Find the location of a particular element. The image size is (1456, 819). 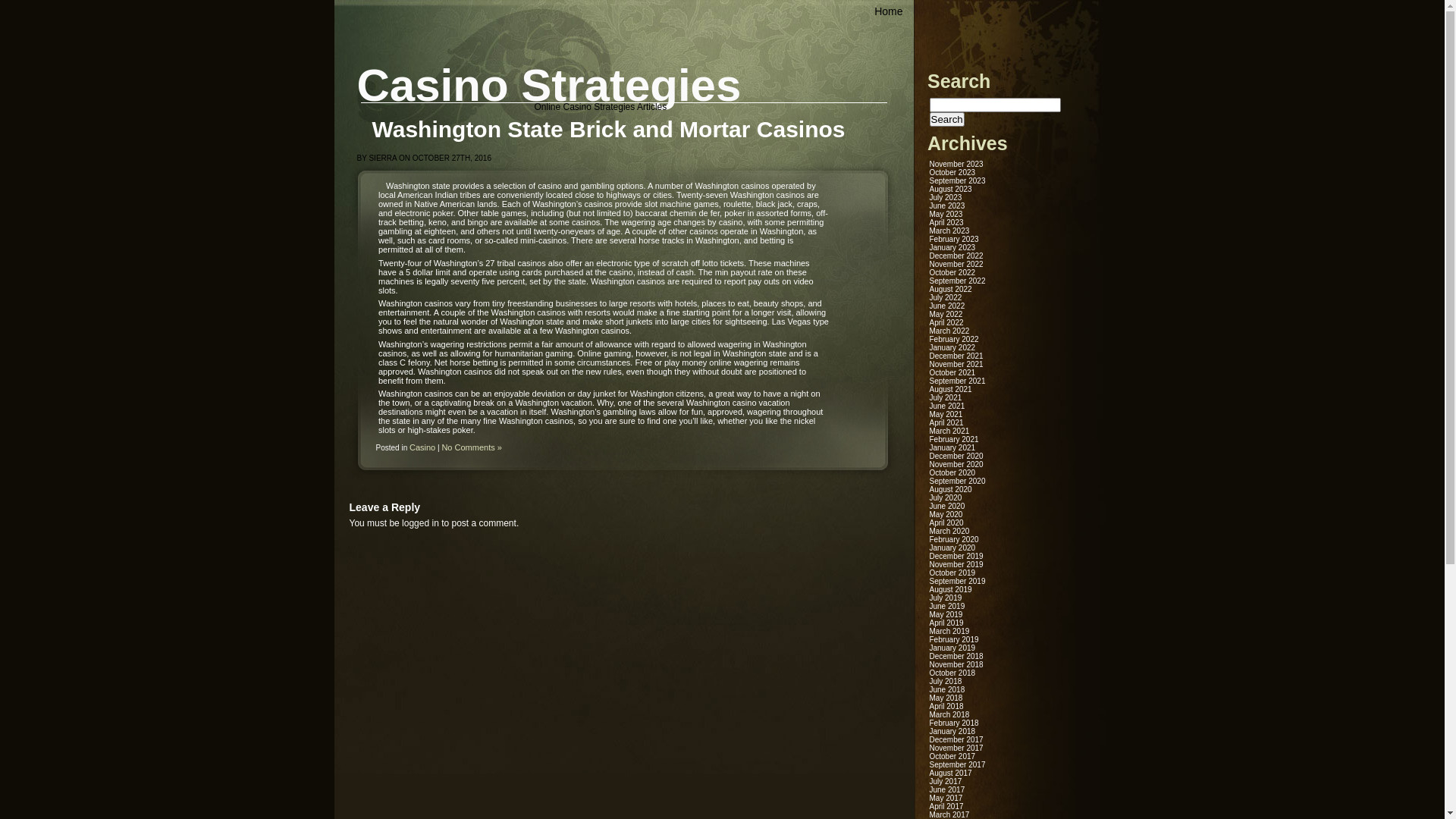

'October 2021' is located at coordinates (952, 372).